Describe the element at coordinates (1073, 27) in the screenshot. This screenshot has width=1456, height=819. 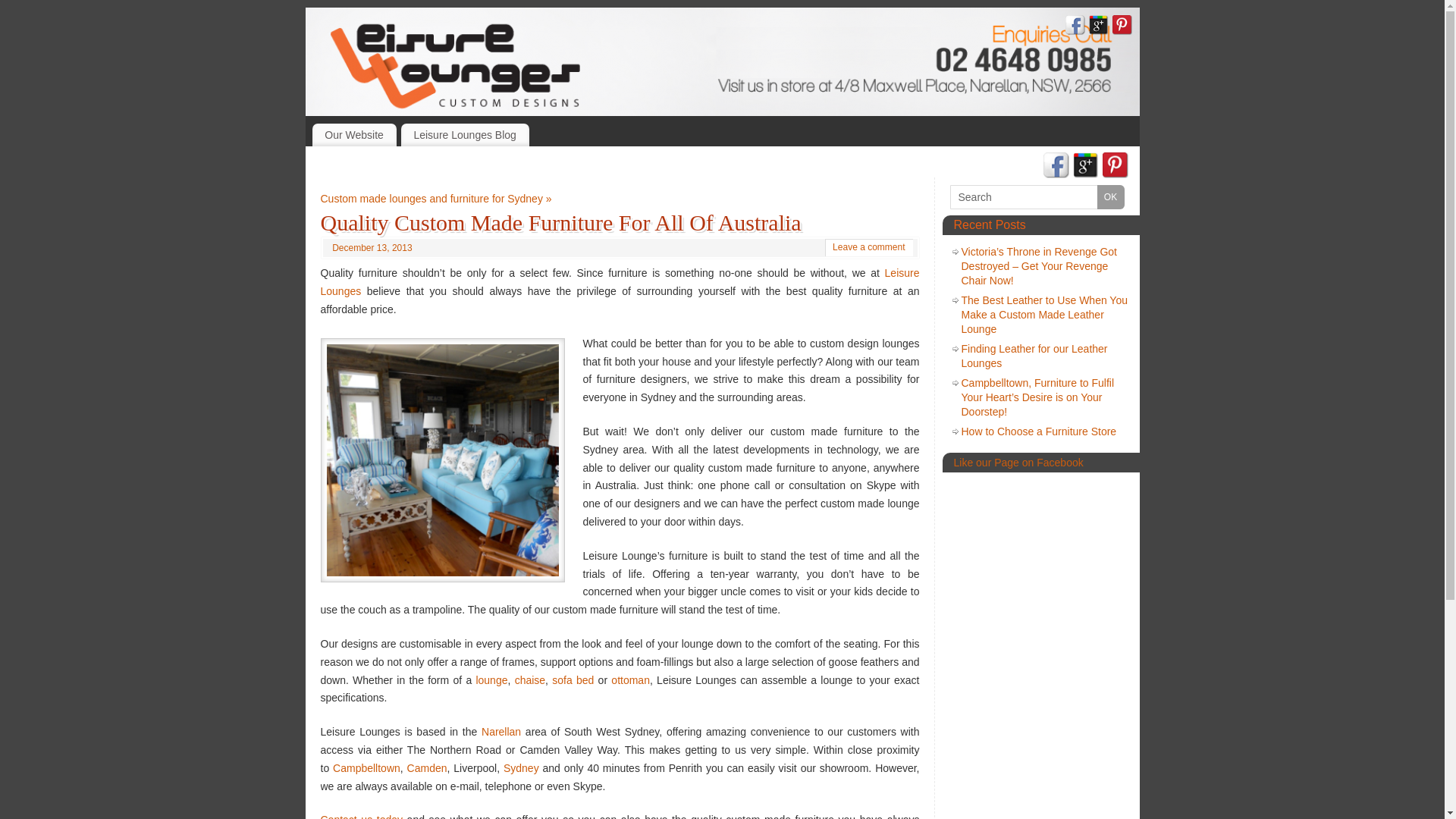
I see `'Facebook'` at that location.